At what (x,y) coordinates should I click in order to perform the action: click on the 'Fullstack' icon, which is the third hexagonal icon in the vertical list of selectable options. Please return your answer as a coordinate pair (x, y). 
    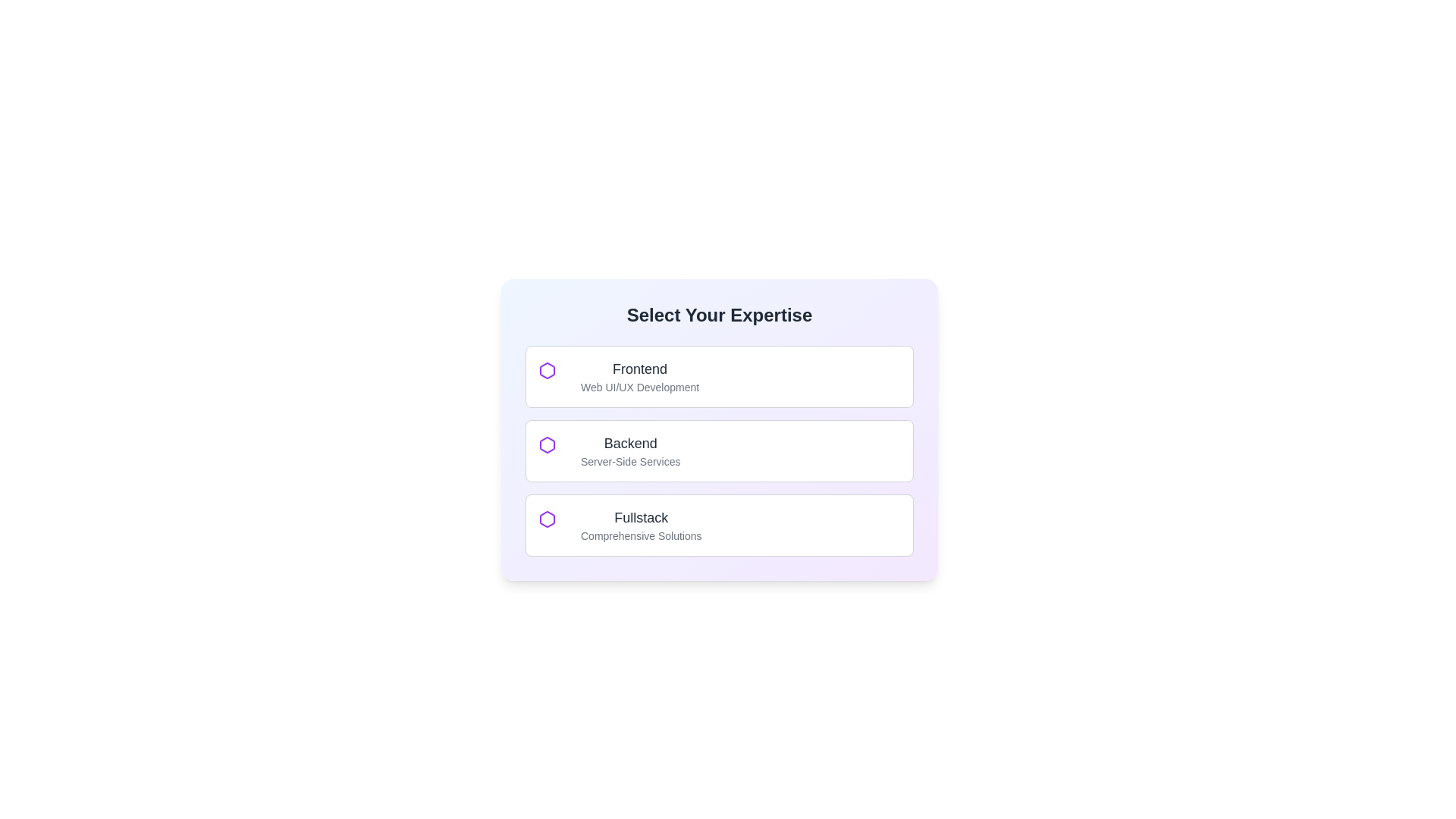
    Looking at the image, I should click on (546, 519).